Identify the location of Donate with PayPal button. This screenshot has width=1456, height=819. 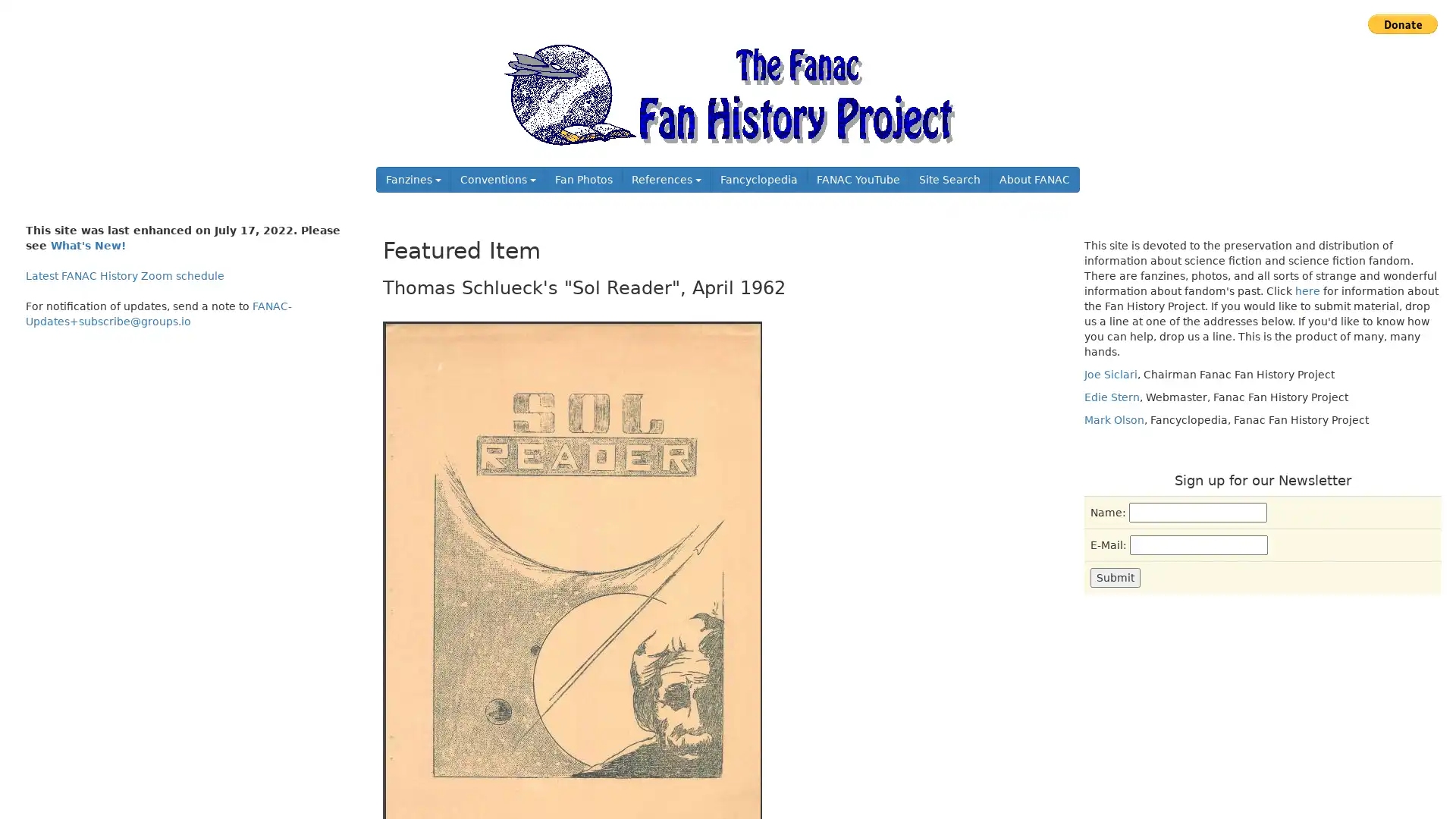
(1401, 24).